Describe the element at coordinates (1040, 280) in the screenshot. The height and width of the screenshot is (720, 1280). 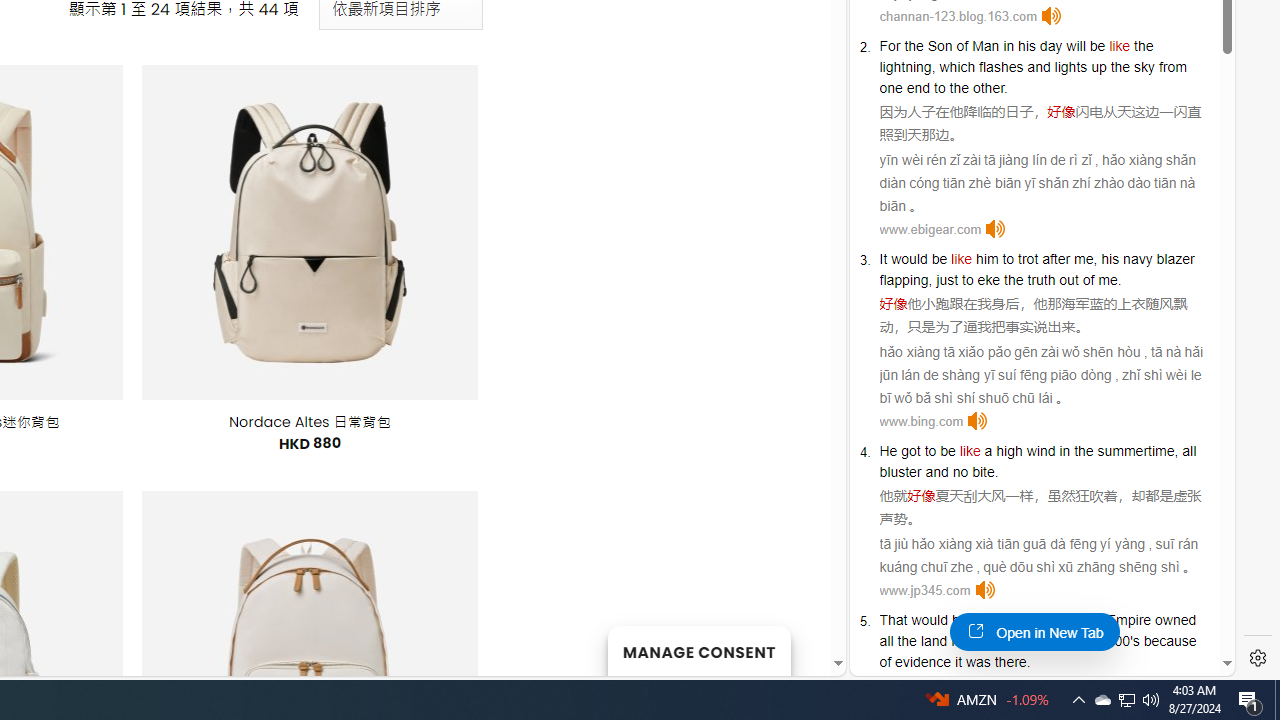
I see `'truth'` at that location.